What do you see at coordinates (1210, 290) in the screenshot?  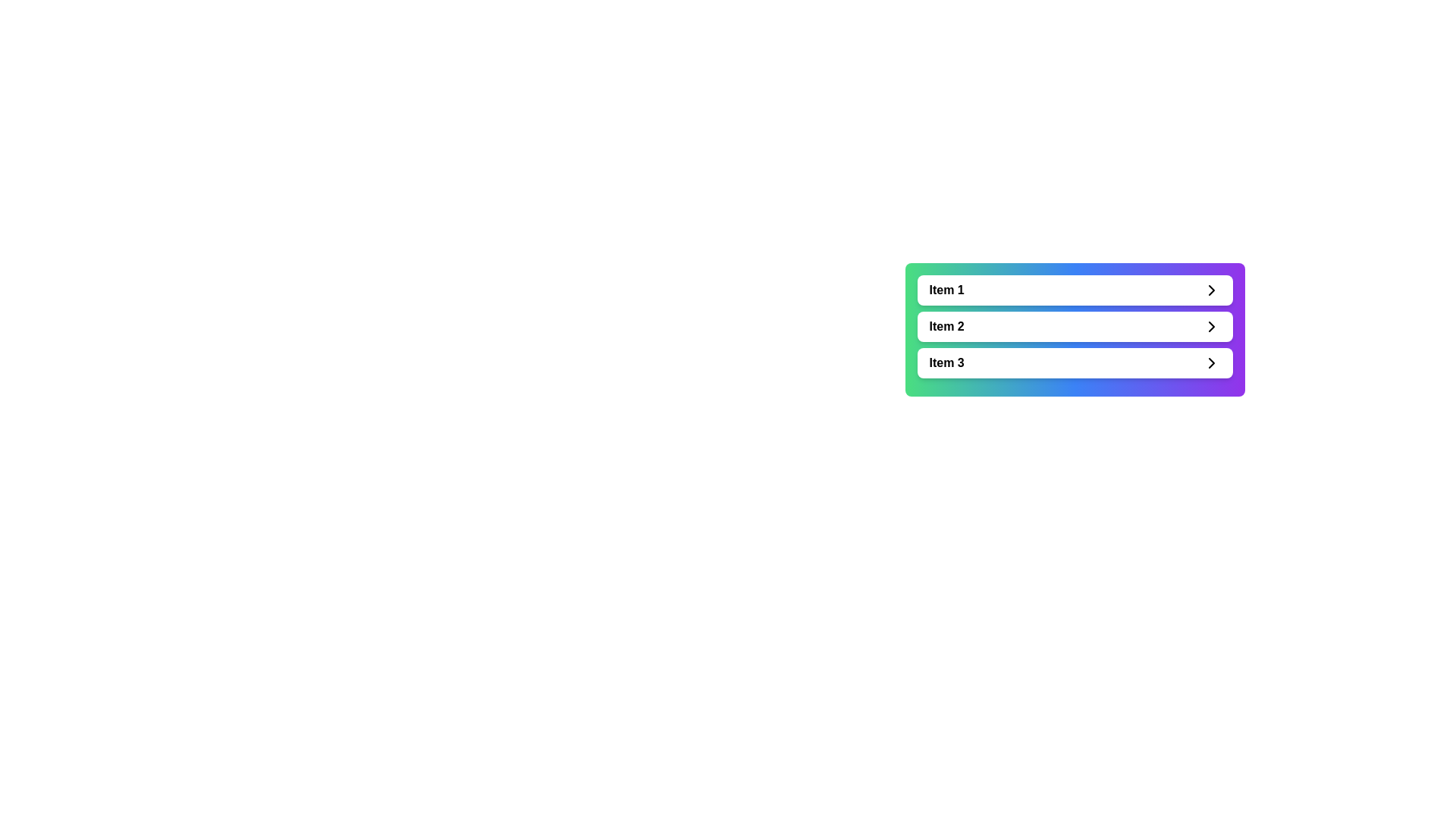 I see `the chevron icon to the right of 'Item 1'` at bounding box center [1210, 290].